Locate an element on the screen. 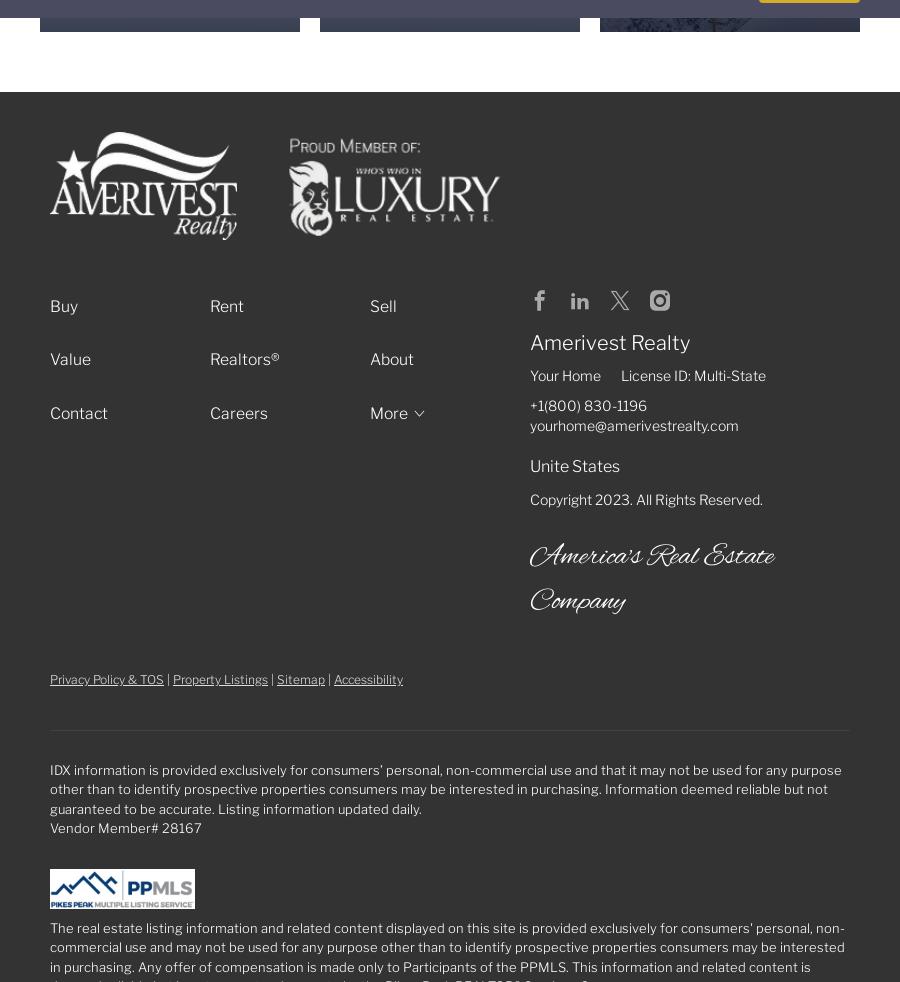 The height and width of the screenshot is (982, 900). 'America's Real Estate Company' is located at coordinates (651, 577).